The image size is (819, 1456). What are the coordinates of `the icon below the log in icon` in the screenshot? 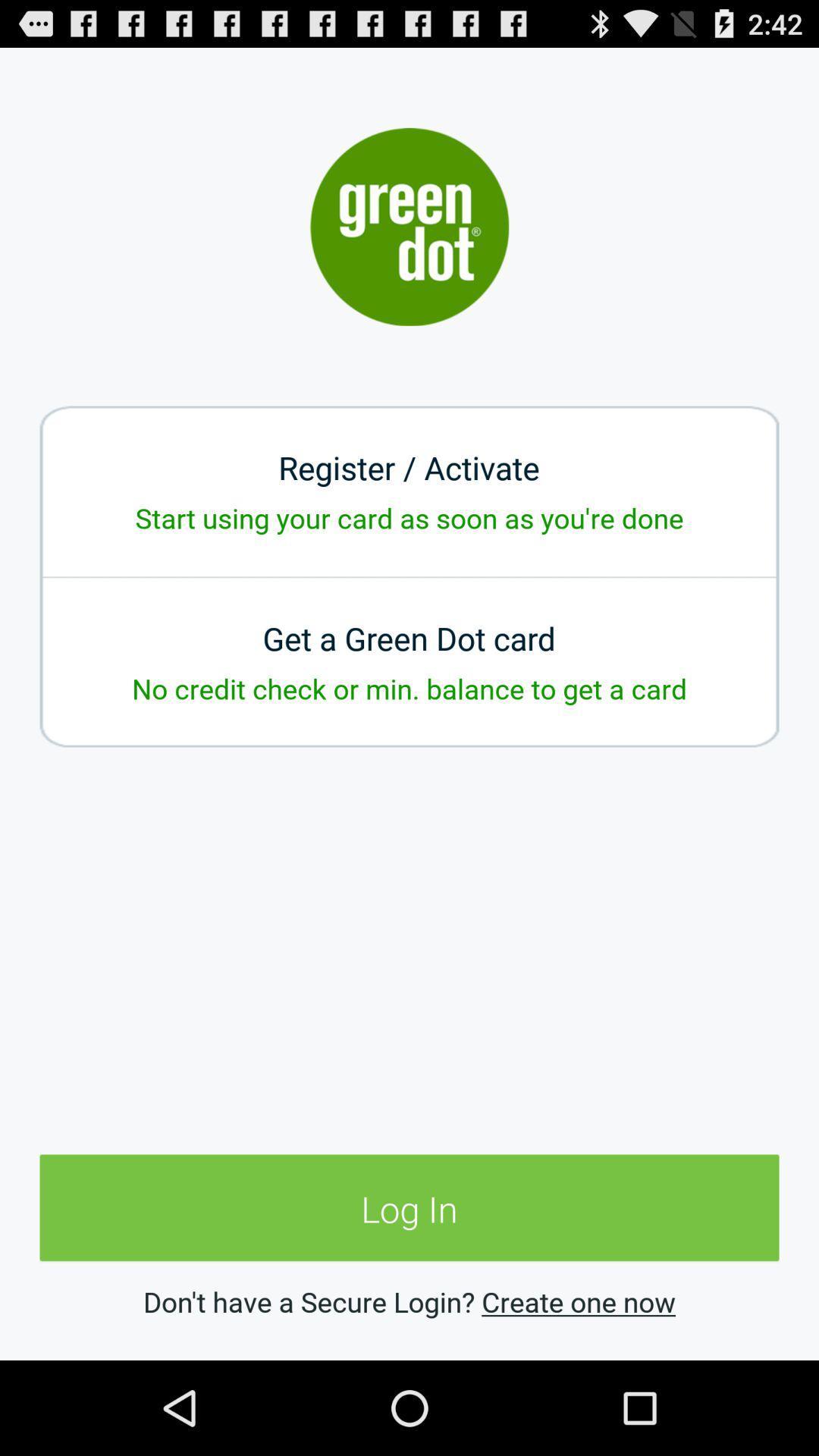 It's located at (579, 1301).